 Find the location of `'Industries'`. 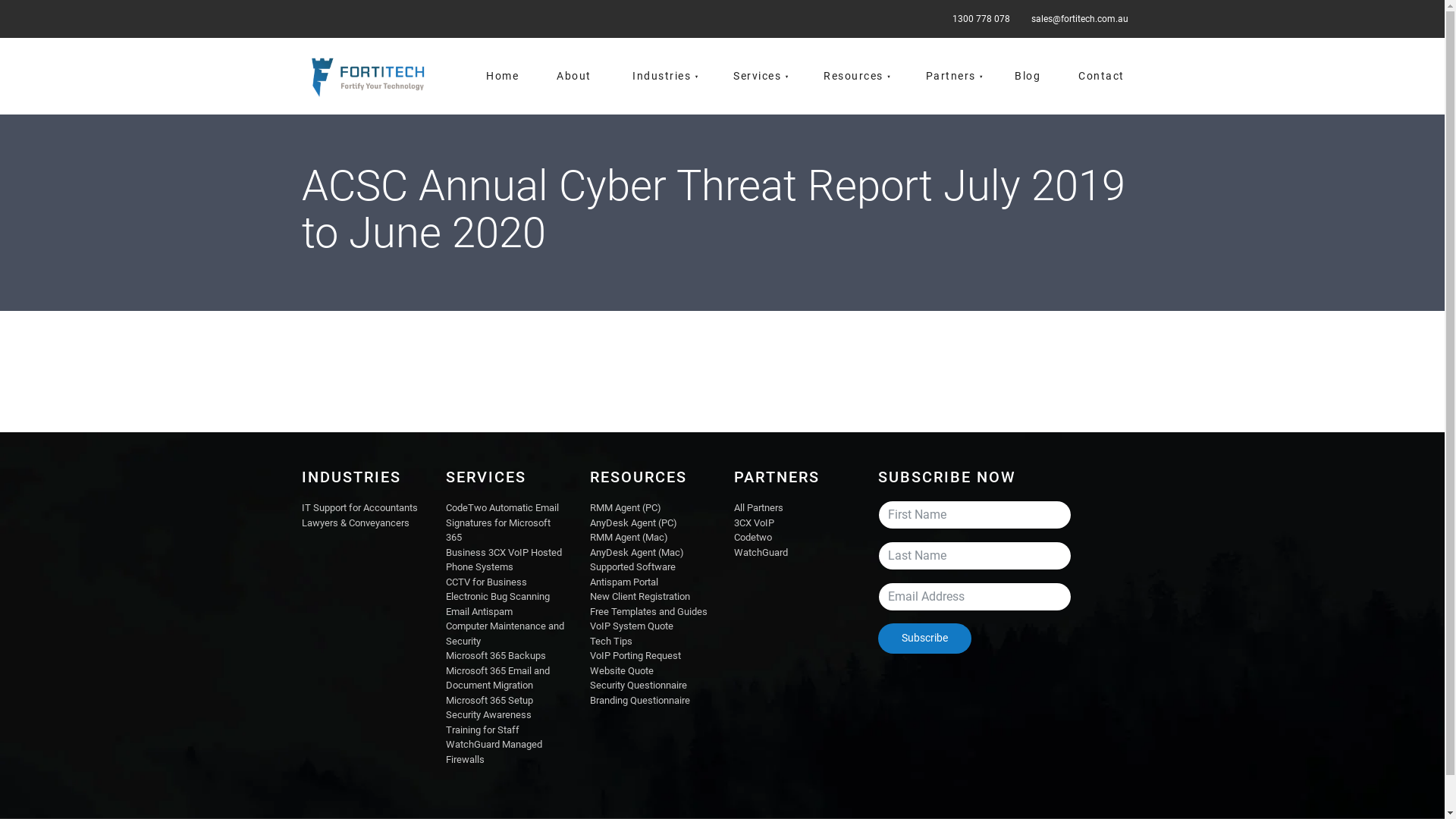

'Industries' is located at coordinates (661, 76).